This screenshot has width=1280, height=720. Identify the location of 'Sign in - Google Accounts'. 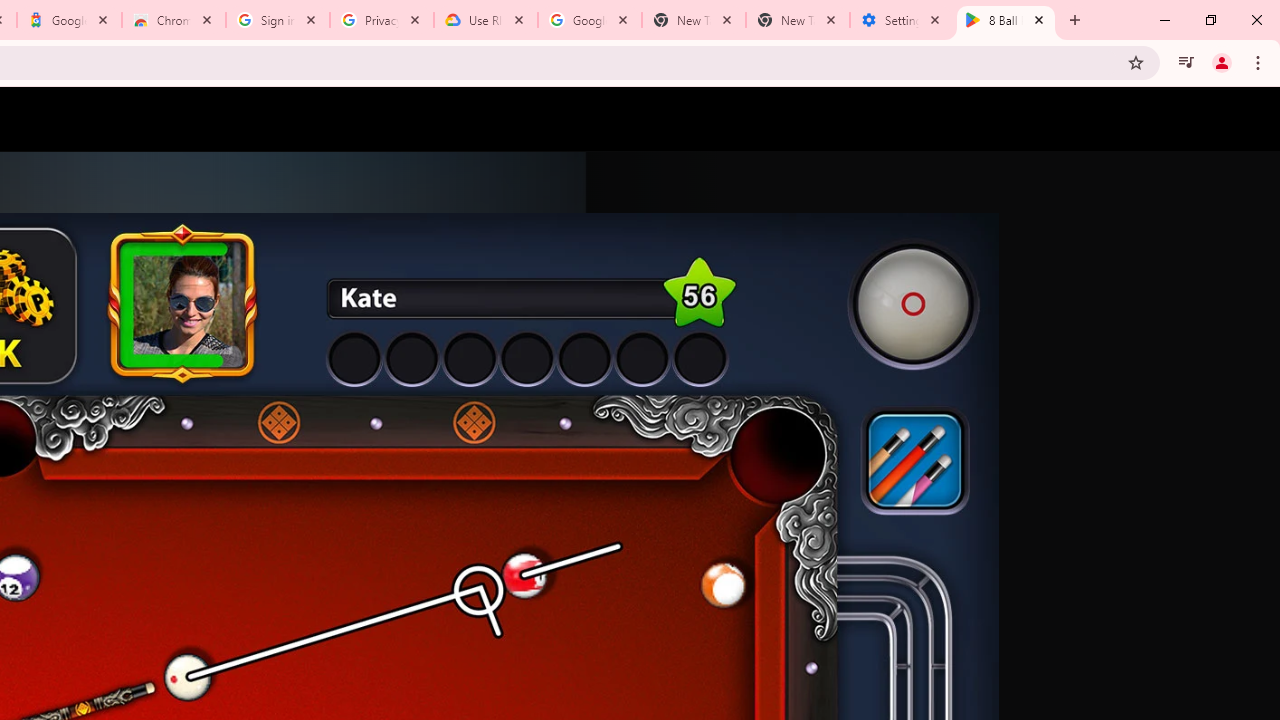
(277, 20).